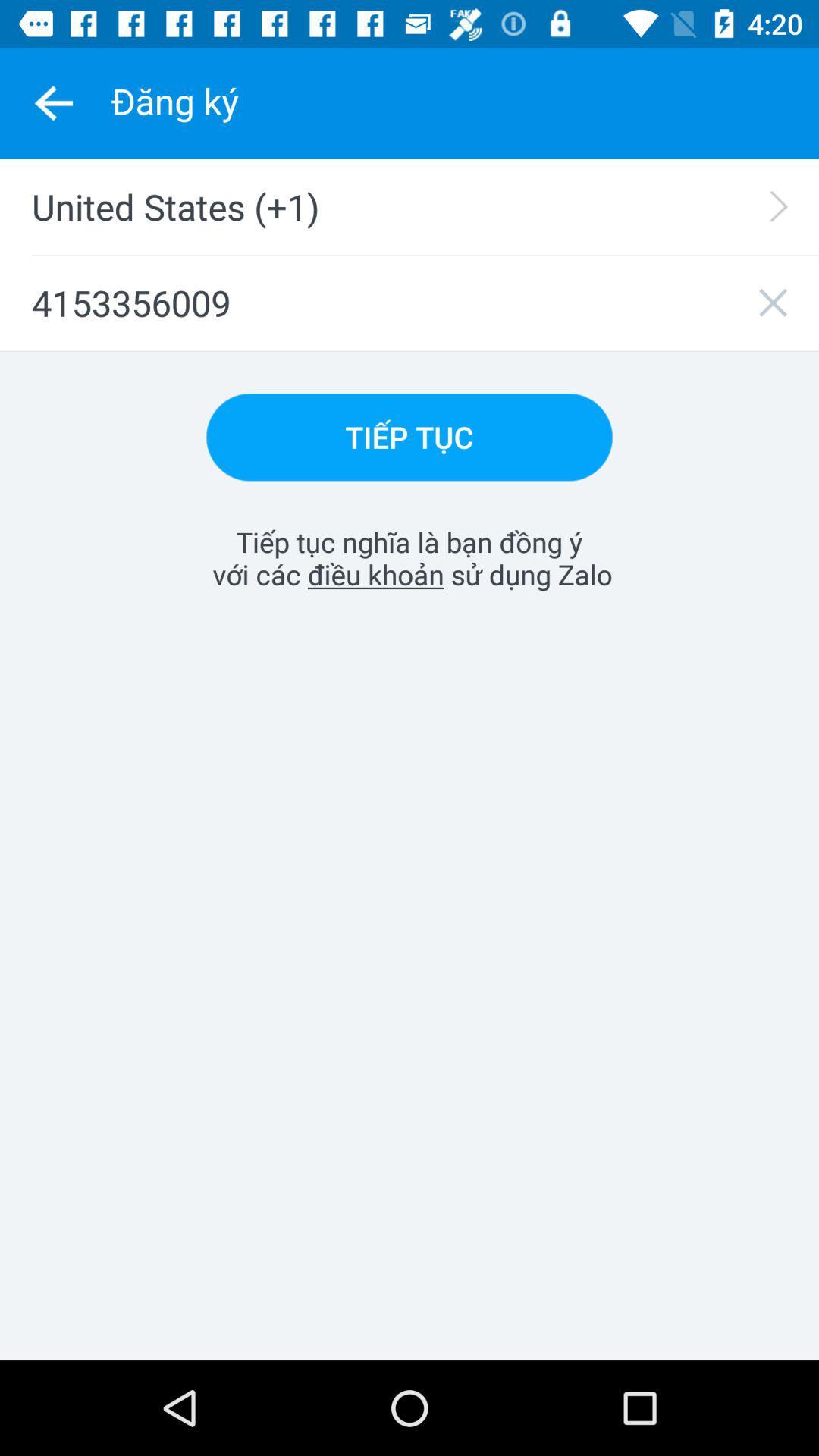 This screenshot has width=819, height=1456. What do you see at coordinates (409, 303) in the screenshot?
I see `4153356009 icon` at bounding box center [409, 303].